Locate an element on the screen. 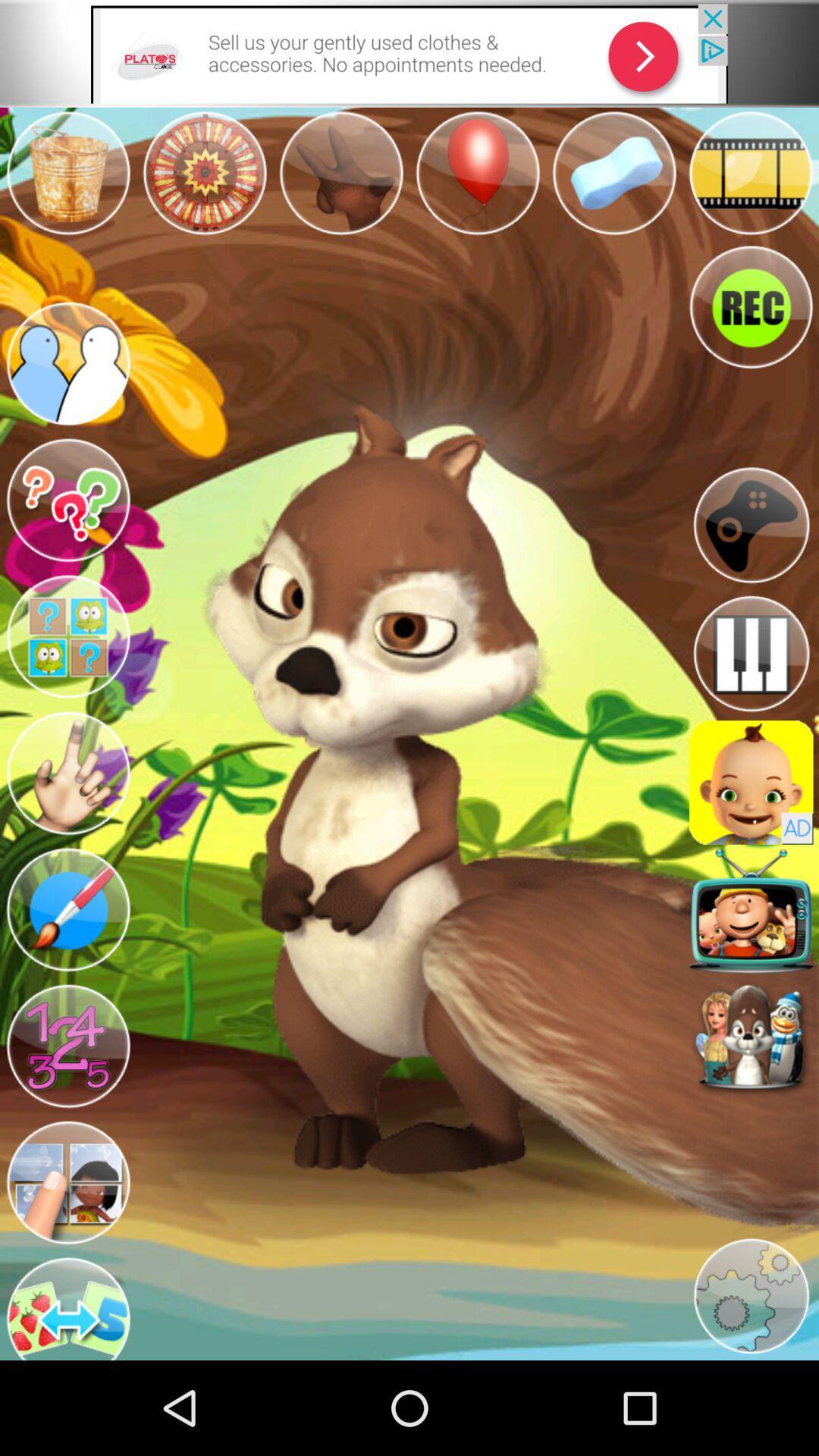 This screenshot has width=819, height=1456. open music widget is located at coordinates (751, 654).